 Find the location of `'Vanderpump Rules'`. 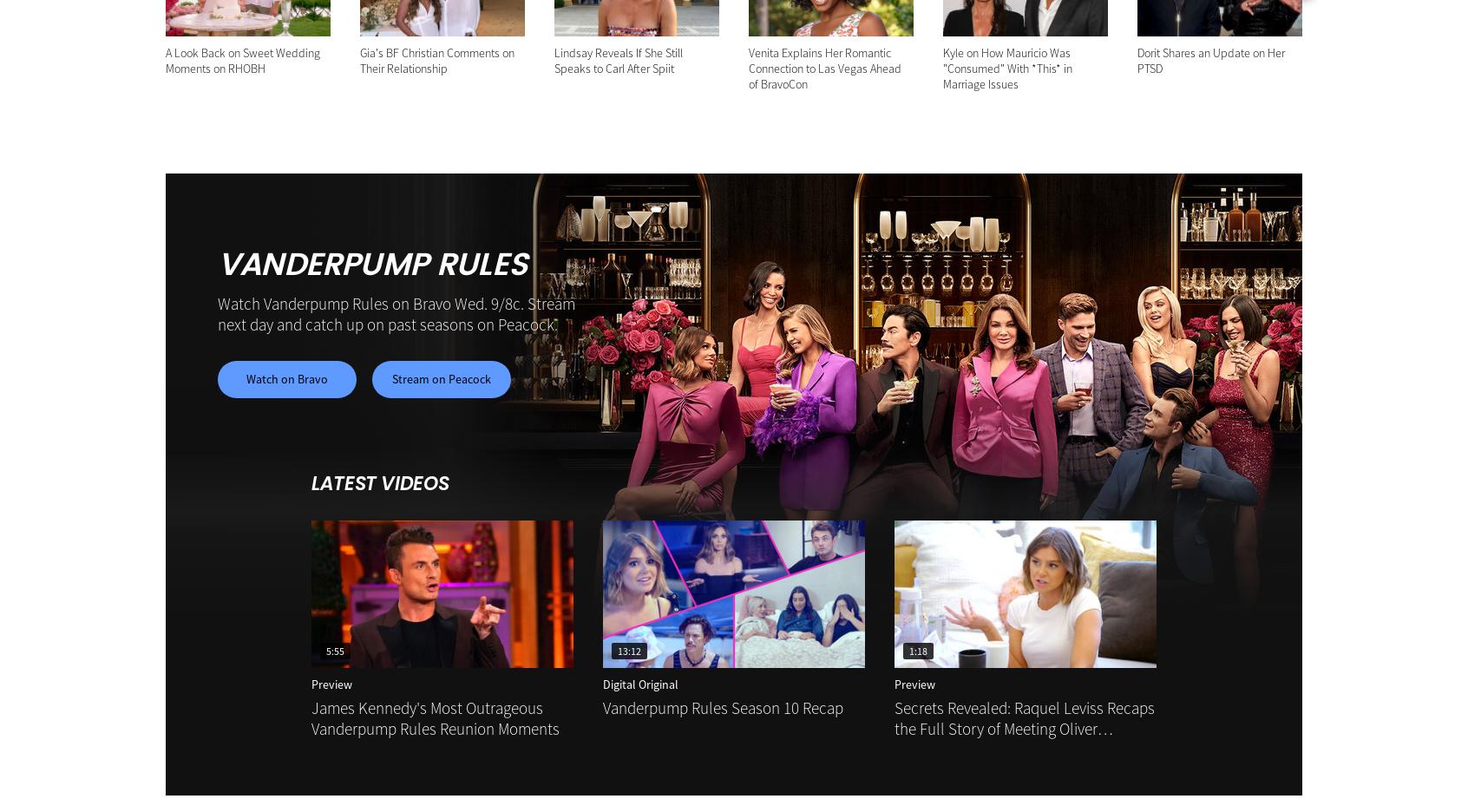

'Vanderpump Rules' is located at coordinates (370, 265).